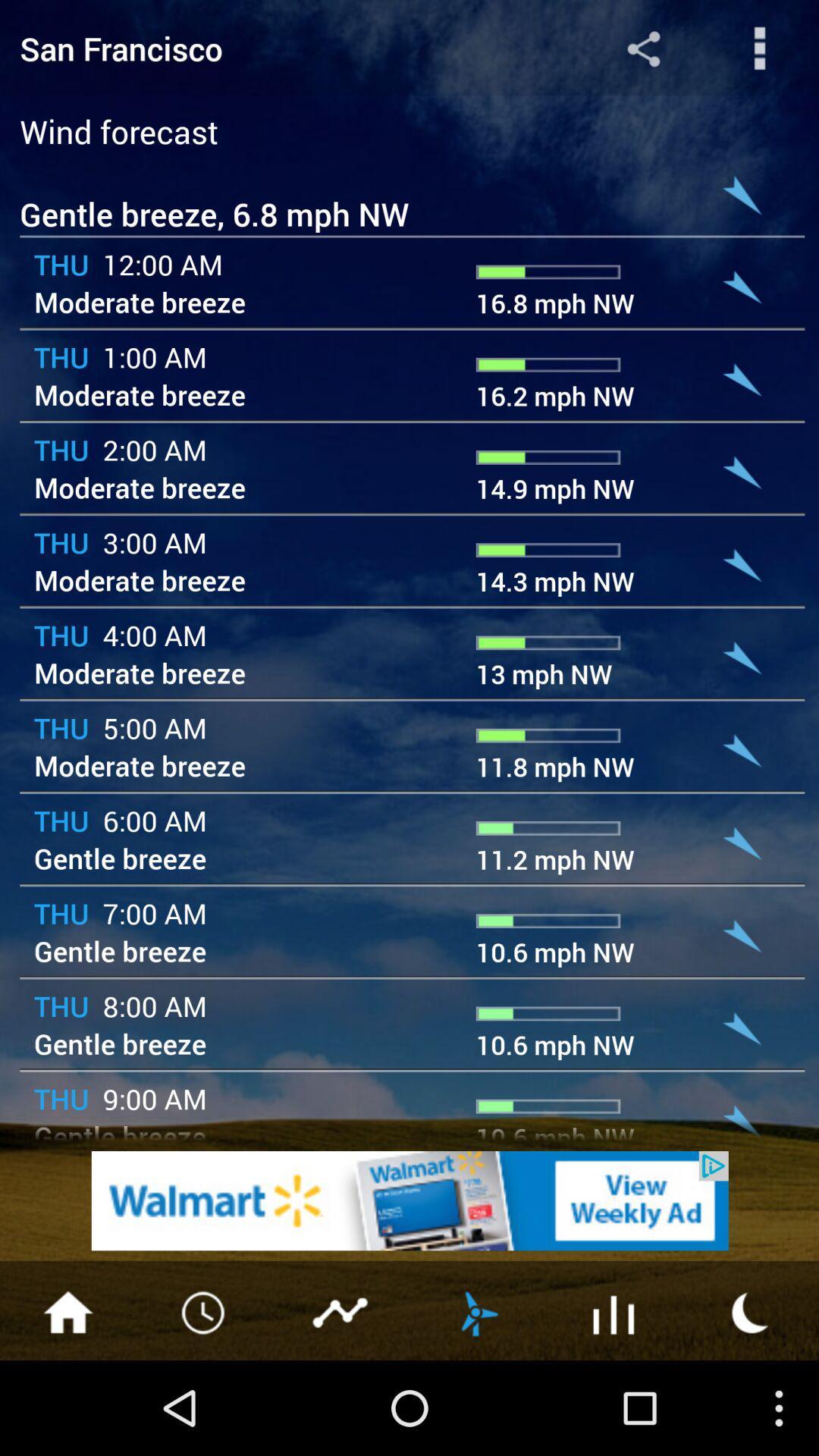 The width and height of the screenshot is (819, 1456). I want to click on advertisement, so click(409, 1200).